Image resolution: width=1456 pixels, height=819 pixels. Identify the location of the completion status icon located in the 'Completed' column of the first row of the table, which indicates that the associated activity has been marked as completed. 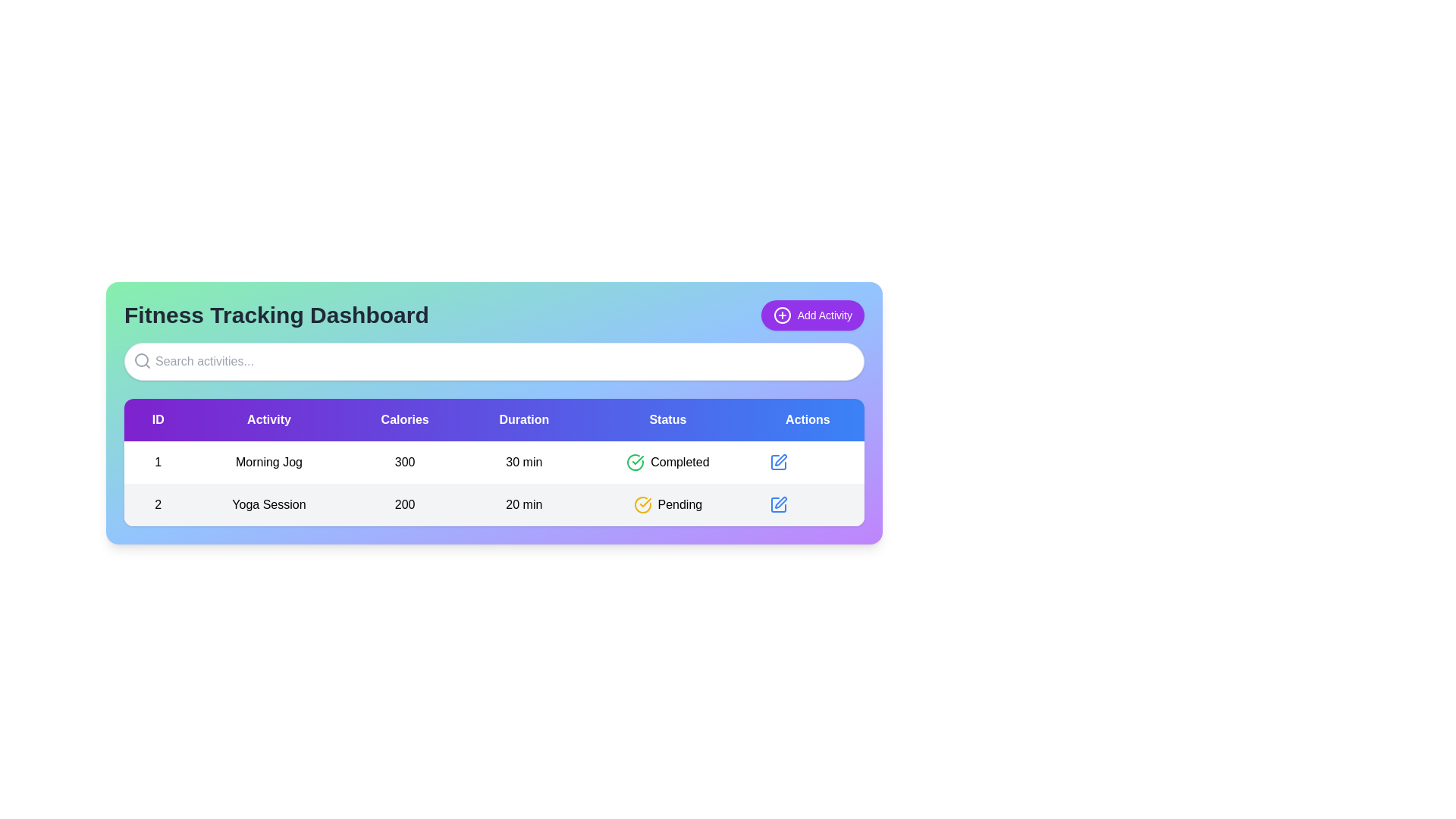
(638, 459).